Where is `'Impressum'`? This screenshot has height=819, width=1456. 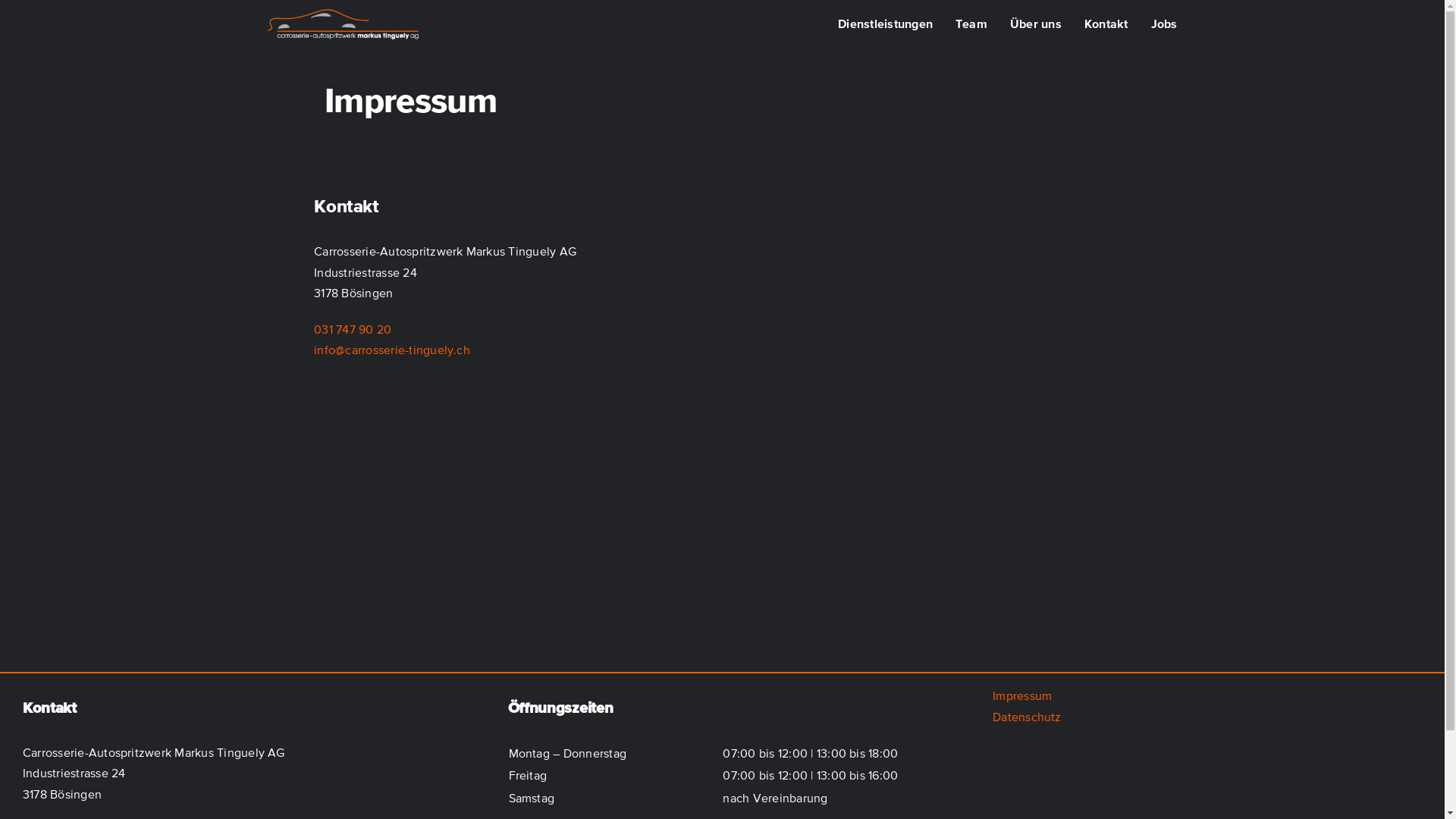 'Impressum' is located at coordinates (1022, 695).